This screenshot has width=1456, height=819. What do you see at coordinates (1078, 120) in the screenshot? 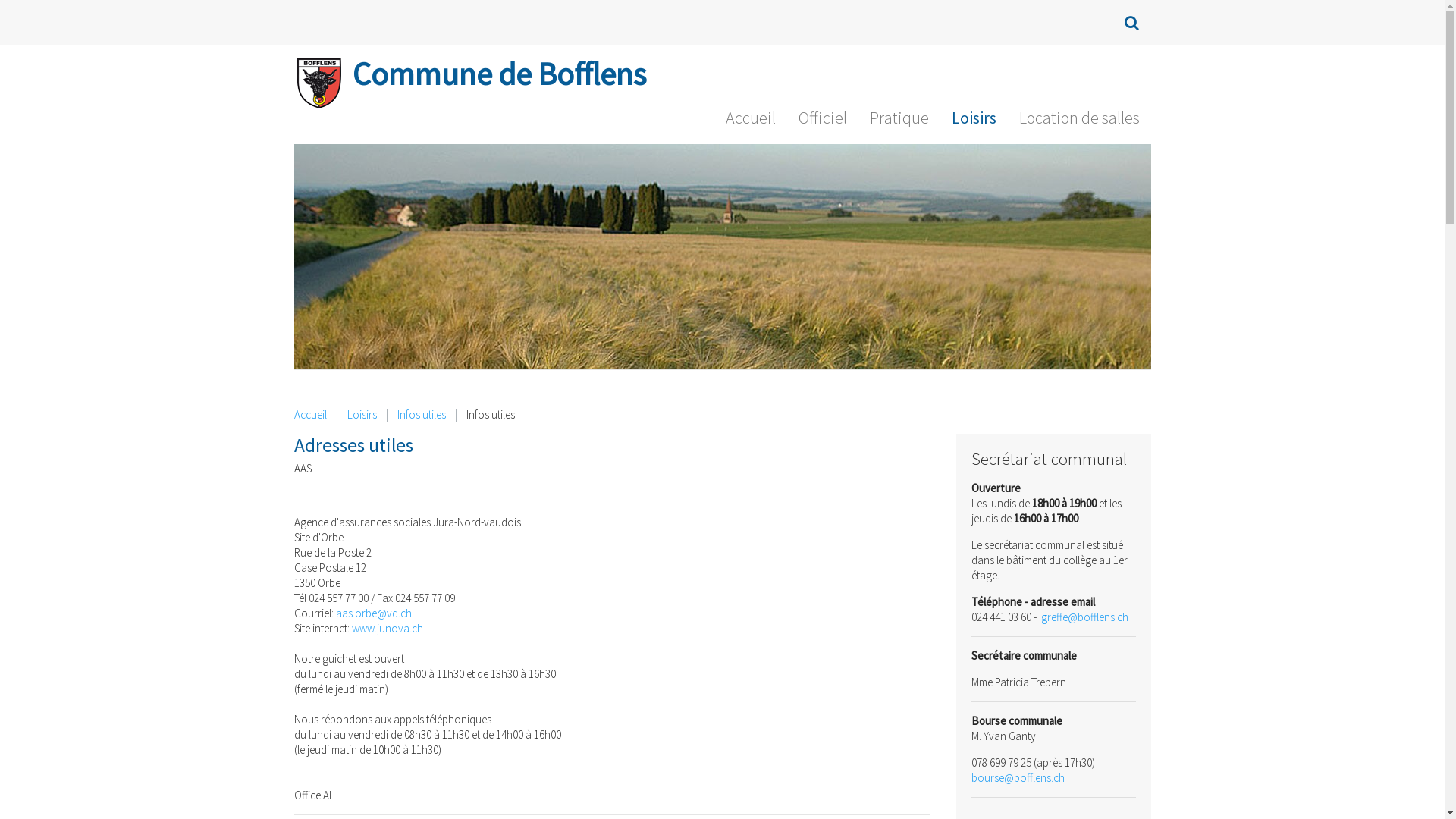
I see `'Location de salles'` at bounding box center [1078, 120].